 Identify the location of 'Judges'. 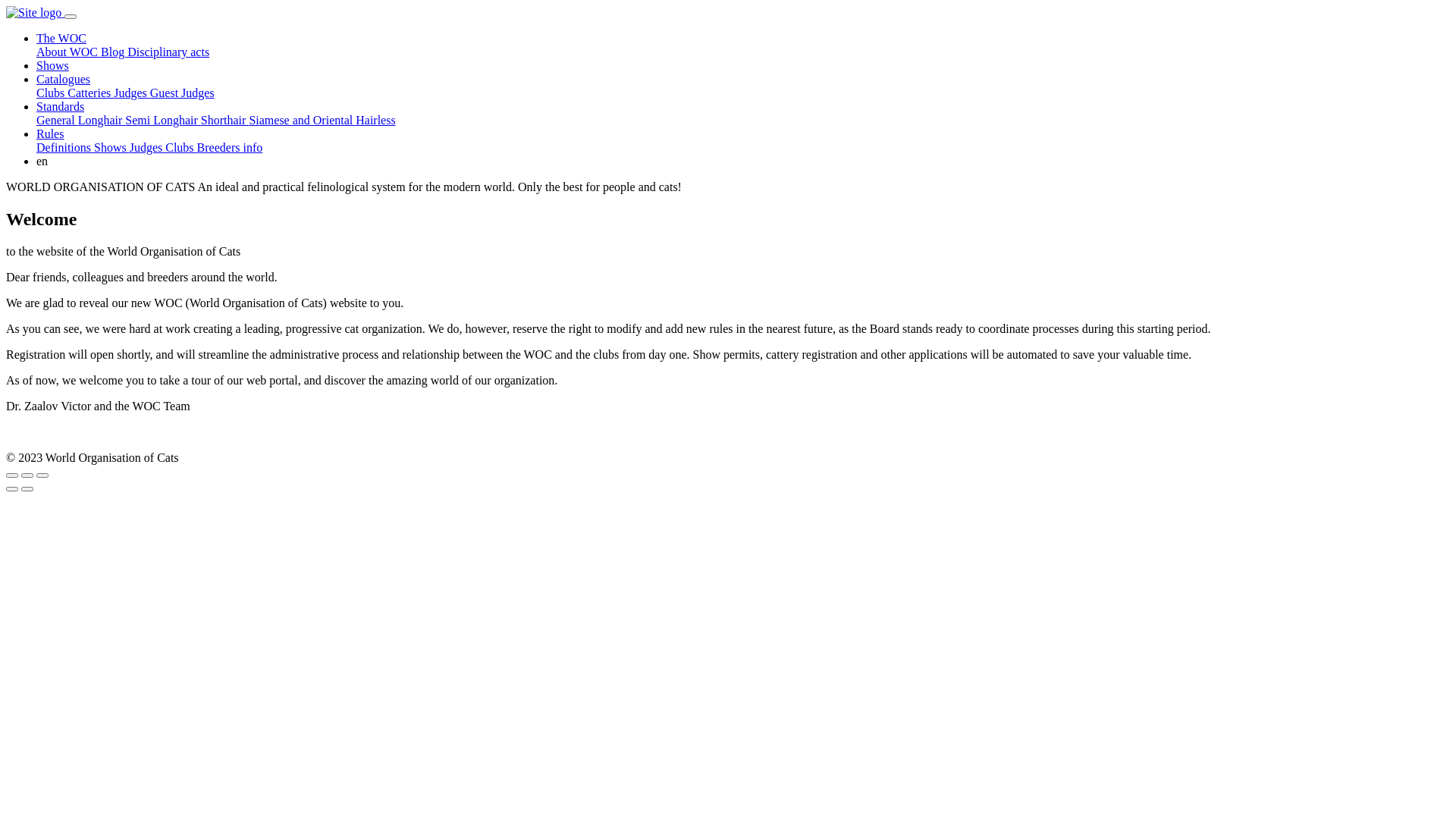
(148, 147).